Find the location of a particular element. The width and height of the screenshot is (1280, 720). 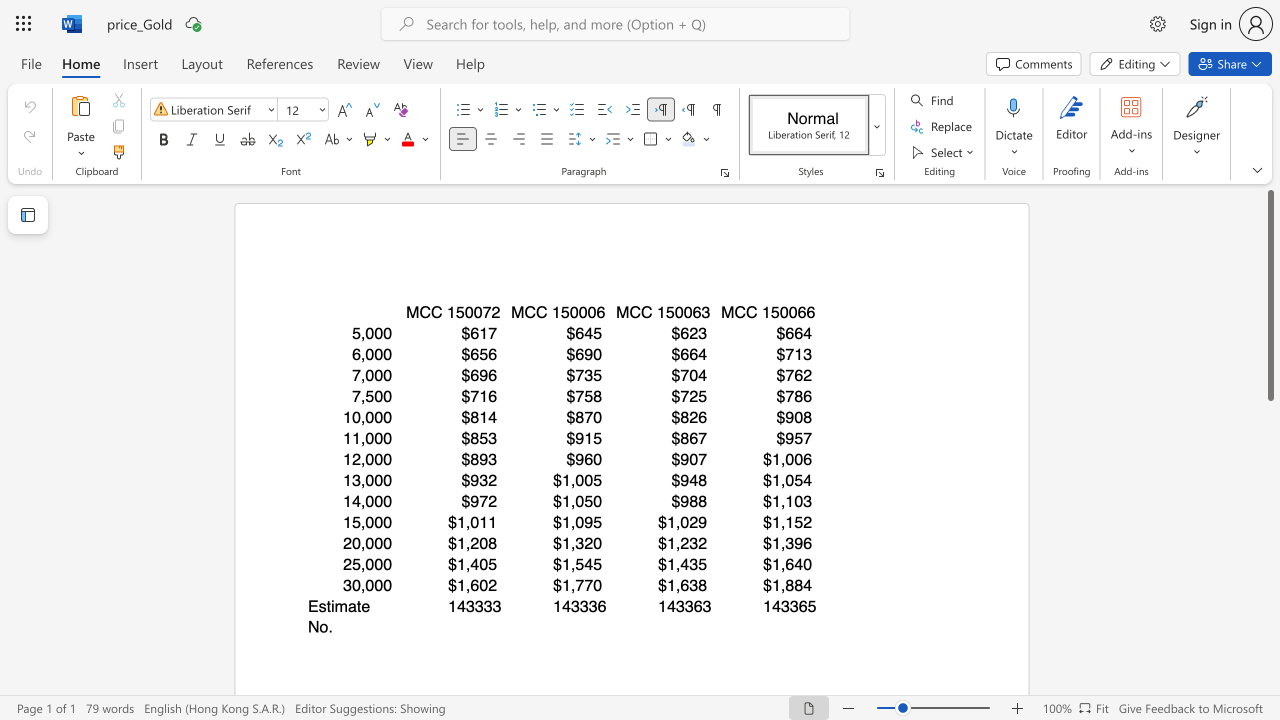

the scrollbar to move the view down is located at coordinates (1269, 518).